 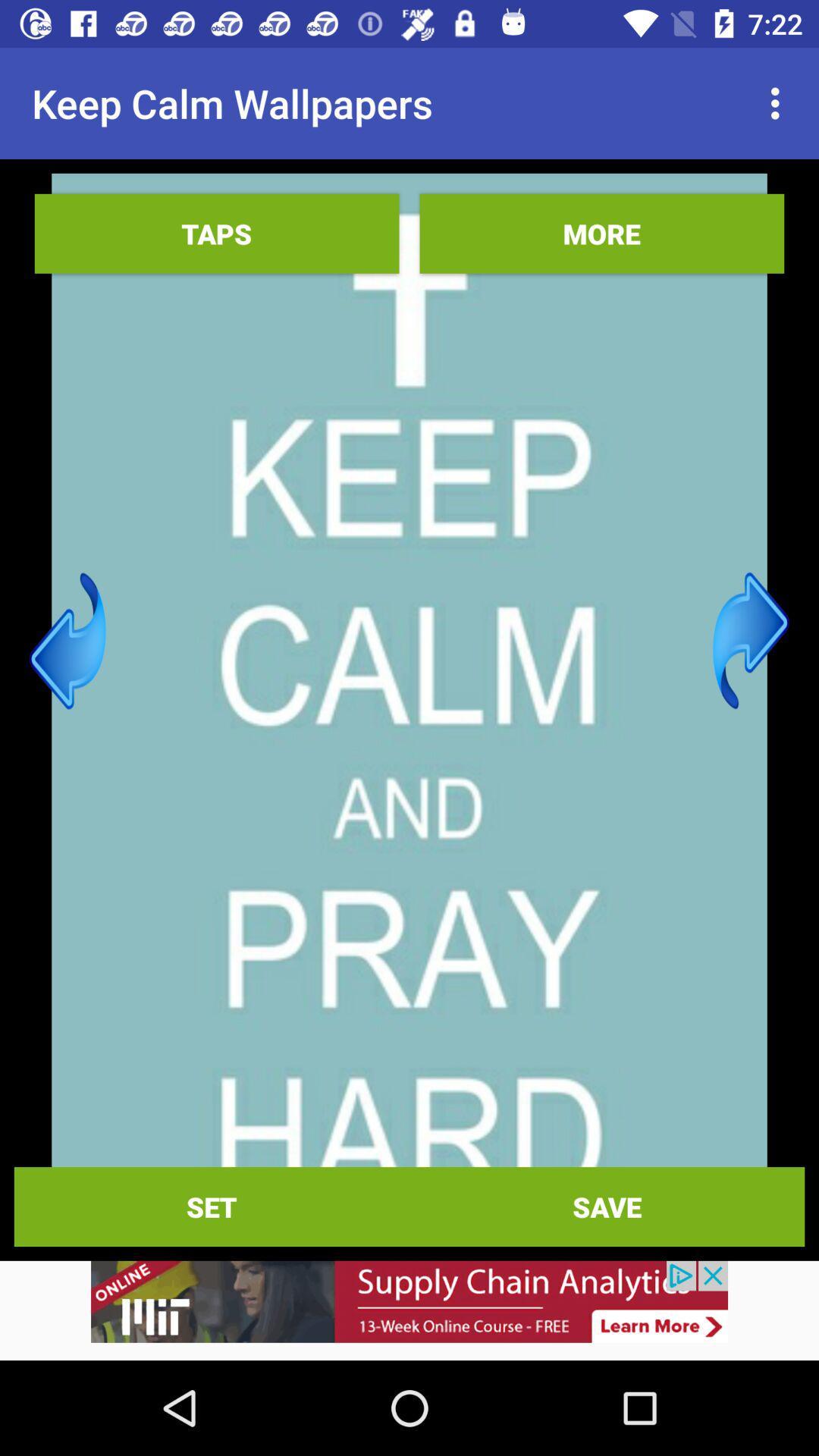 What do you see at coordinates (67, 641) in the screenshot?
I see `go back` at bounding box center [67, 641].